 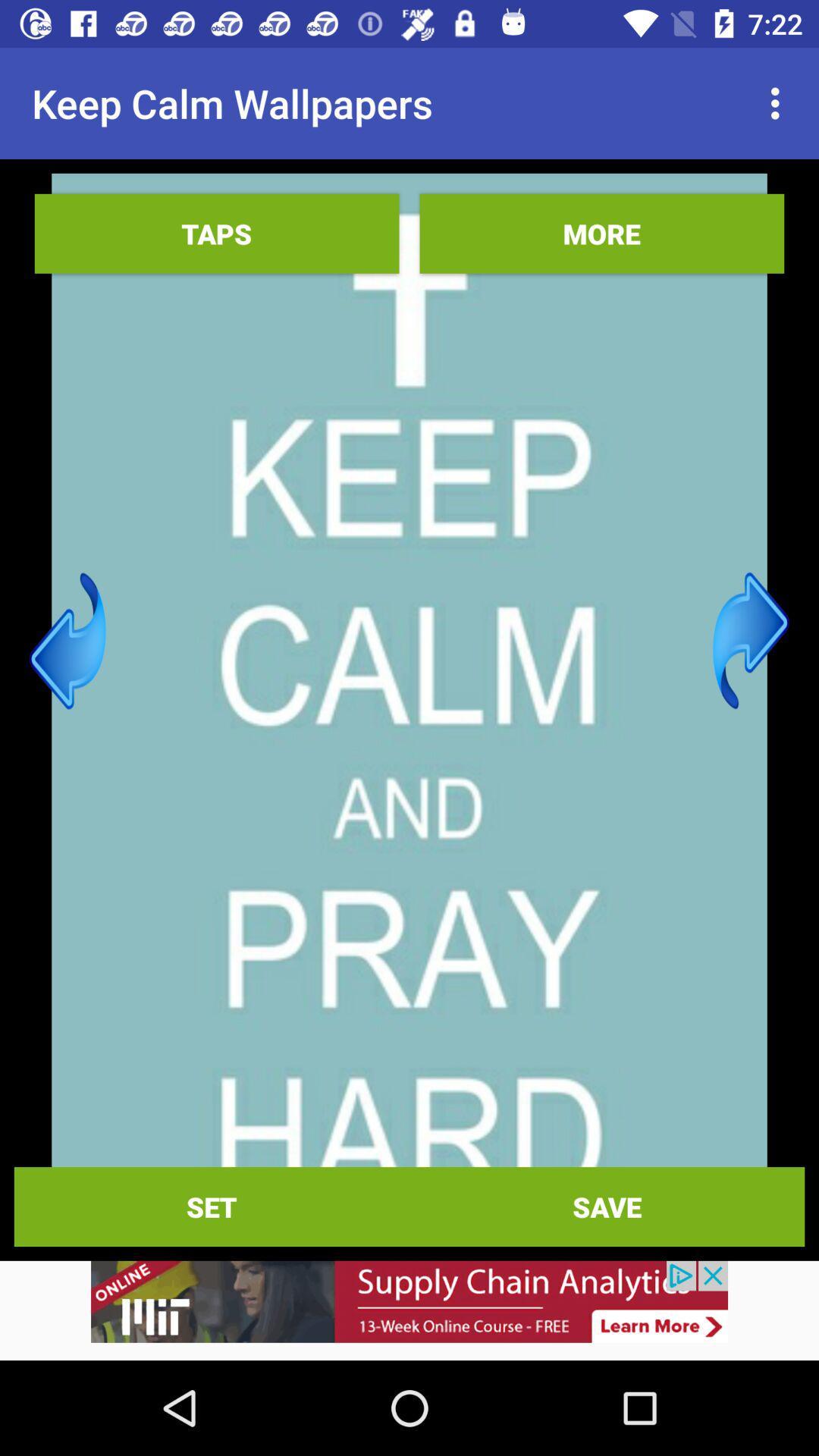 What do you see at coordinates (67, 641) in the screenshot?
I see `go back` at bounding box center [67, 641].